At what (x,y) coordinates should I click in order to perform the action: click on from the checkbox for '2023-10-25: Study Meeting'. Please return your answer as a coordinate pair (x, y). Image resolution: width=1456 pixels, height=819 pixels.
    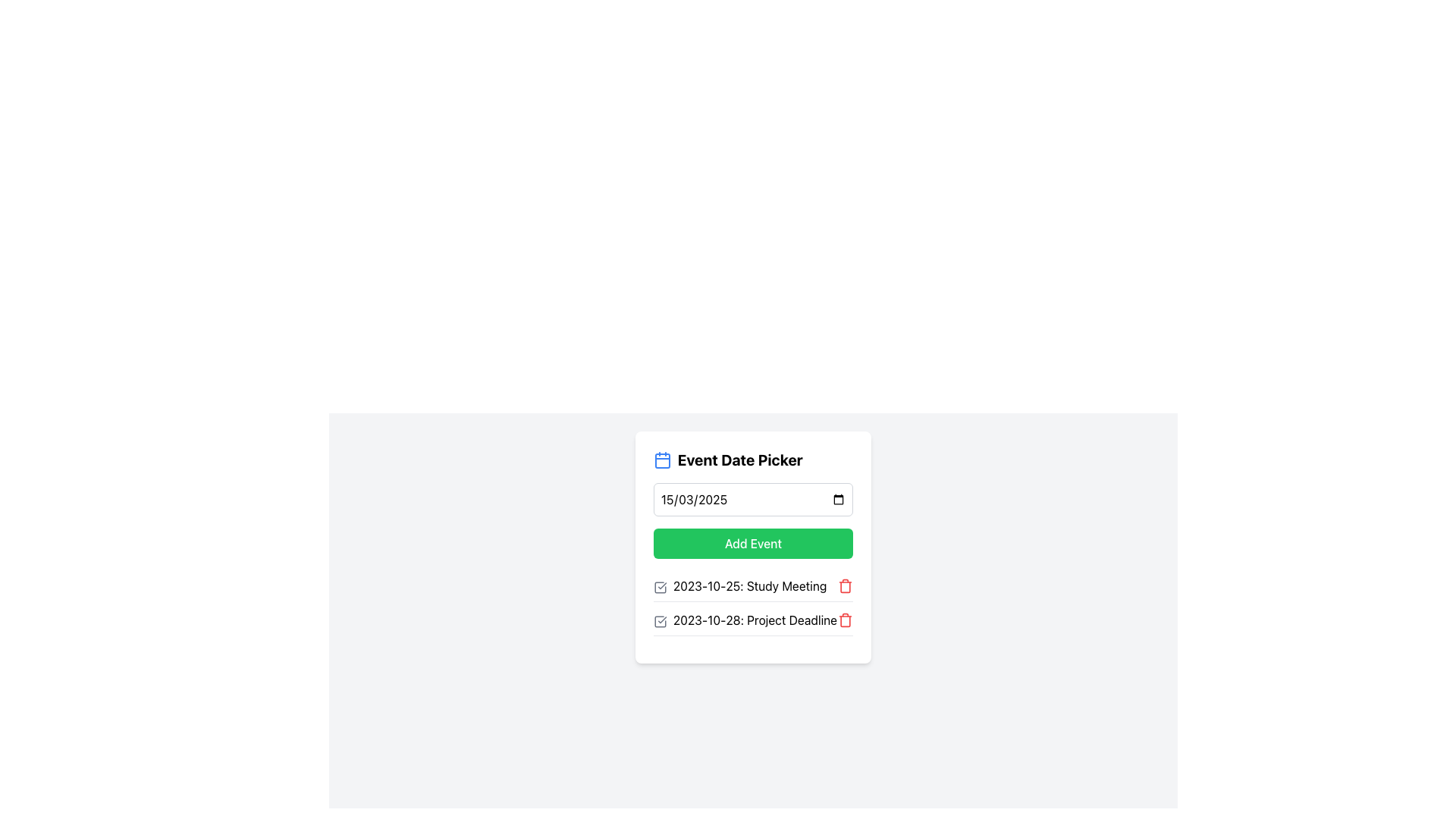
    Looking at the image, I should click on (660, 586).